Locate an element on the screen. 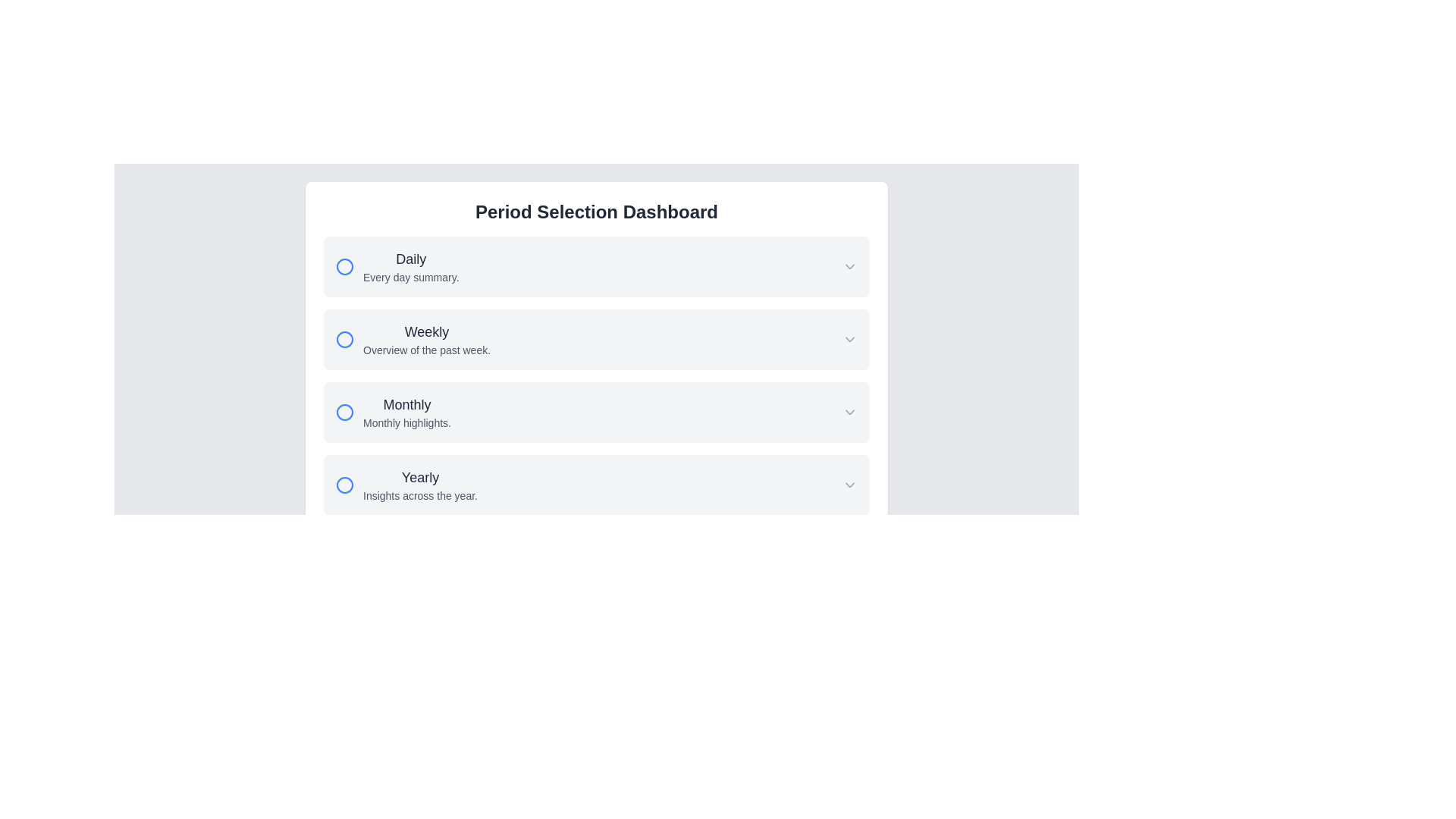 The width and height of the screenshot is (1456, 819). the circular radio button with a blue border located next to the 'Monthly' option label is located at coordinates (344, 412).